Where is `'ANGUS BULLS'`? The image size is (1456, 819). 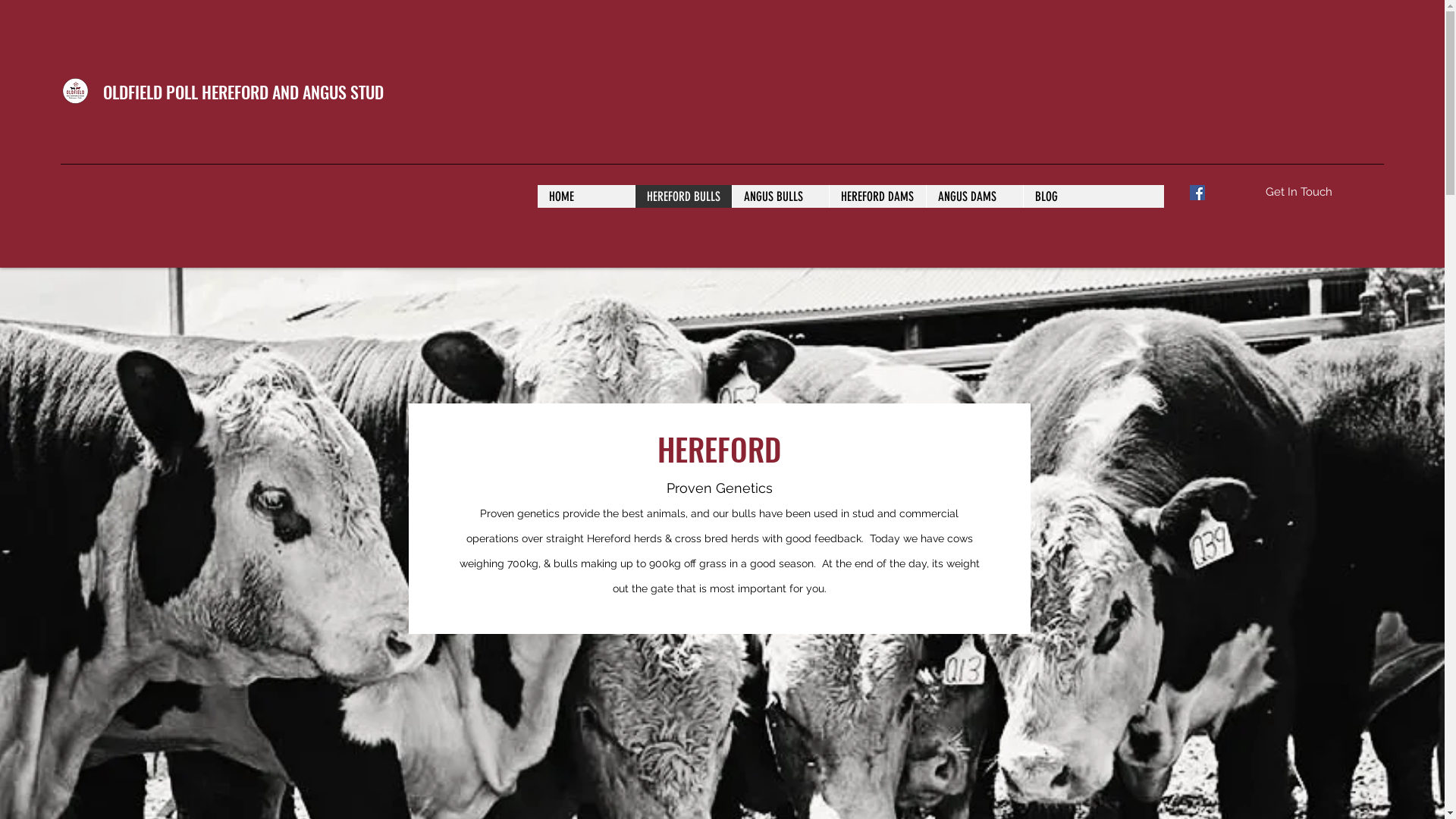 'ANGUS BULLS' is located at coordinates (731, 195).